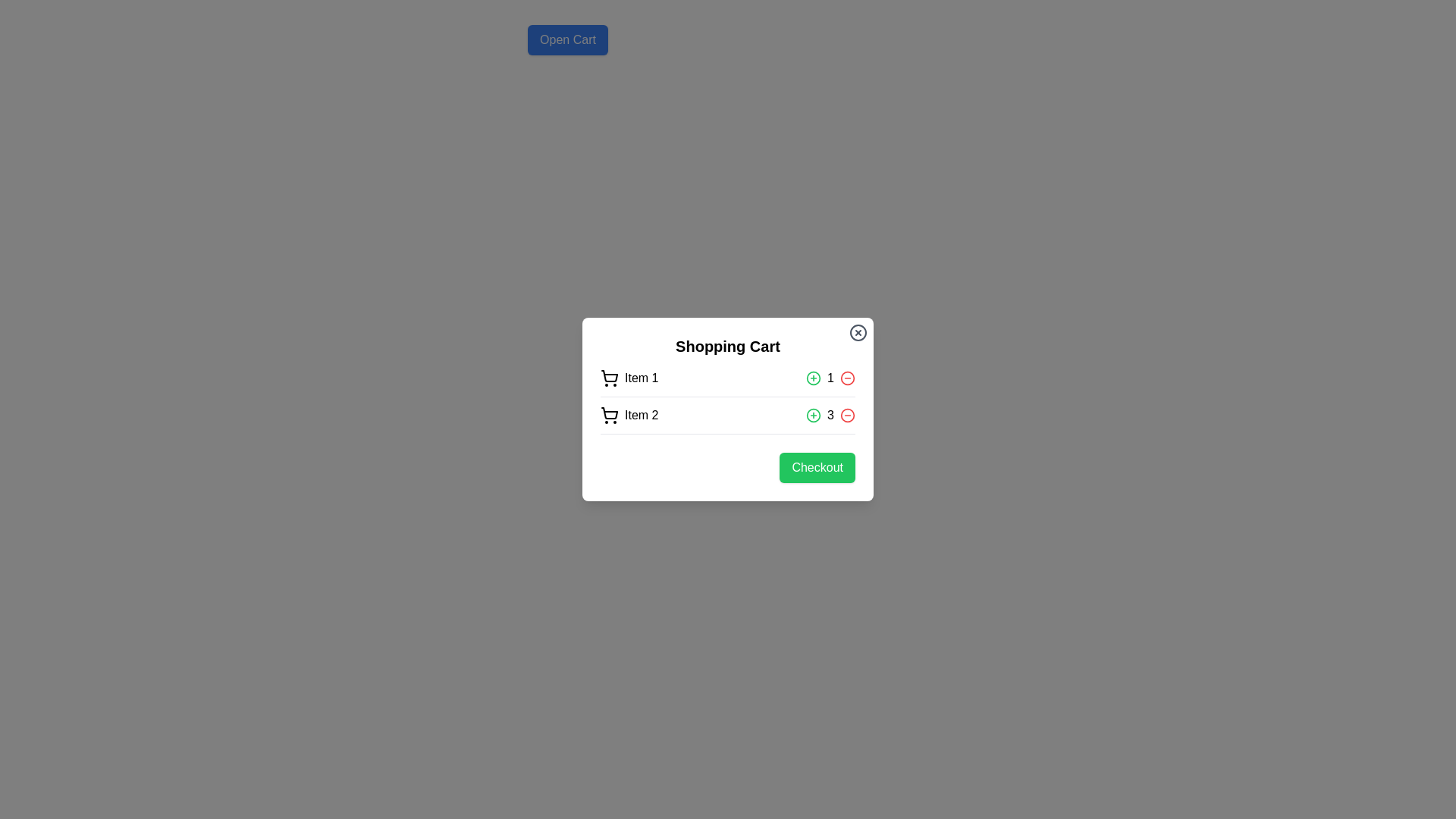  What do you see at coordinates (610, 377) in the screenshot?
I see `the shopping cart icon associated with 'Item 1' located at the far left of the item text and controls` at bounding box center [610, 377].